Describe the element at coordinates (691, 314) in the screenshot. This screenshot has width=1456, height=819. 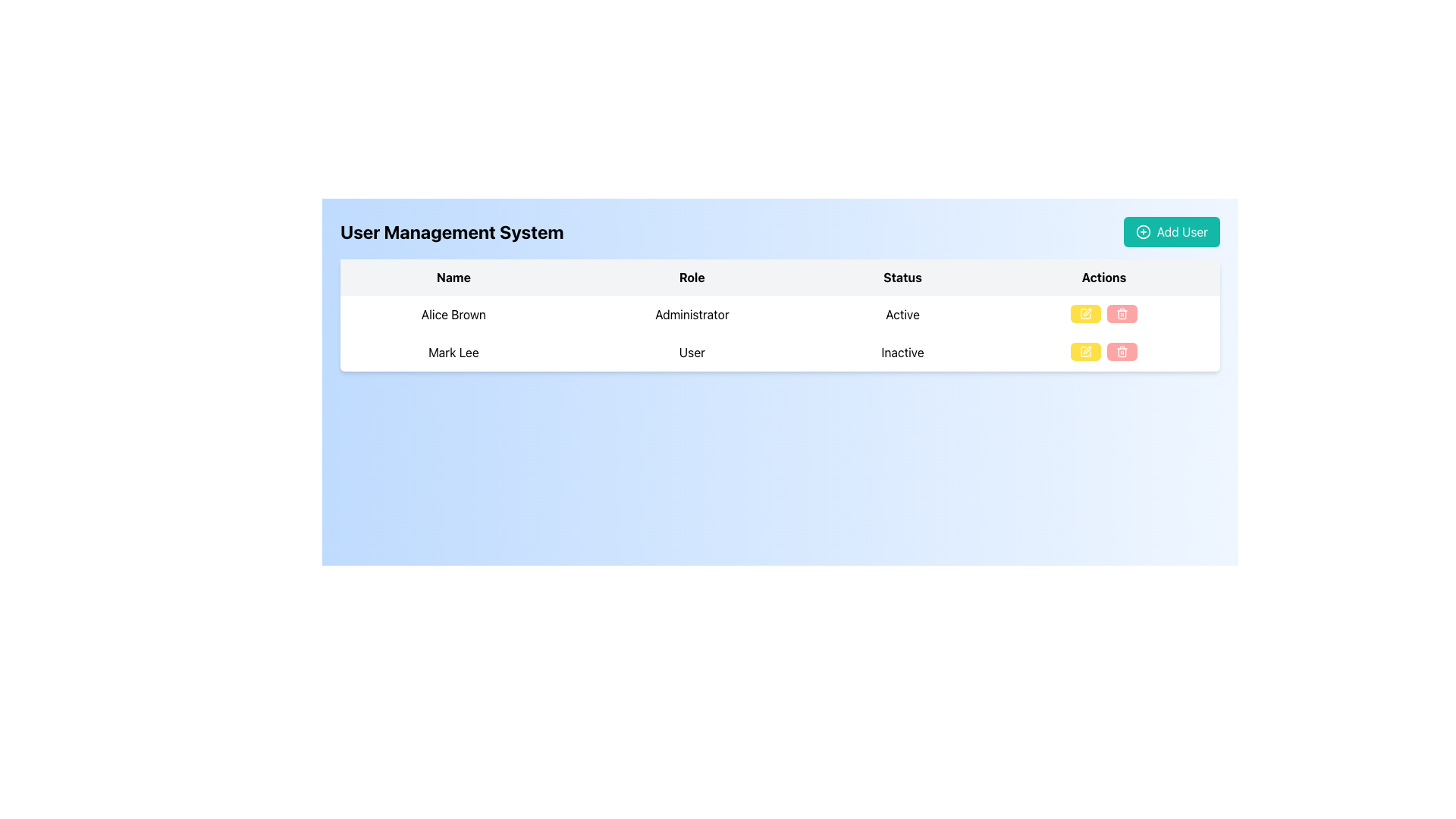
I see `the text label displaying 'Administrator' which is located in the Role column of the first data row in the table, between 'Alice Brown' and 'Active'` at that location.